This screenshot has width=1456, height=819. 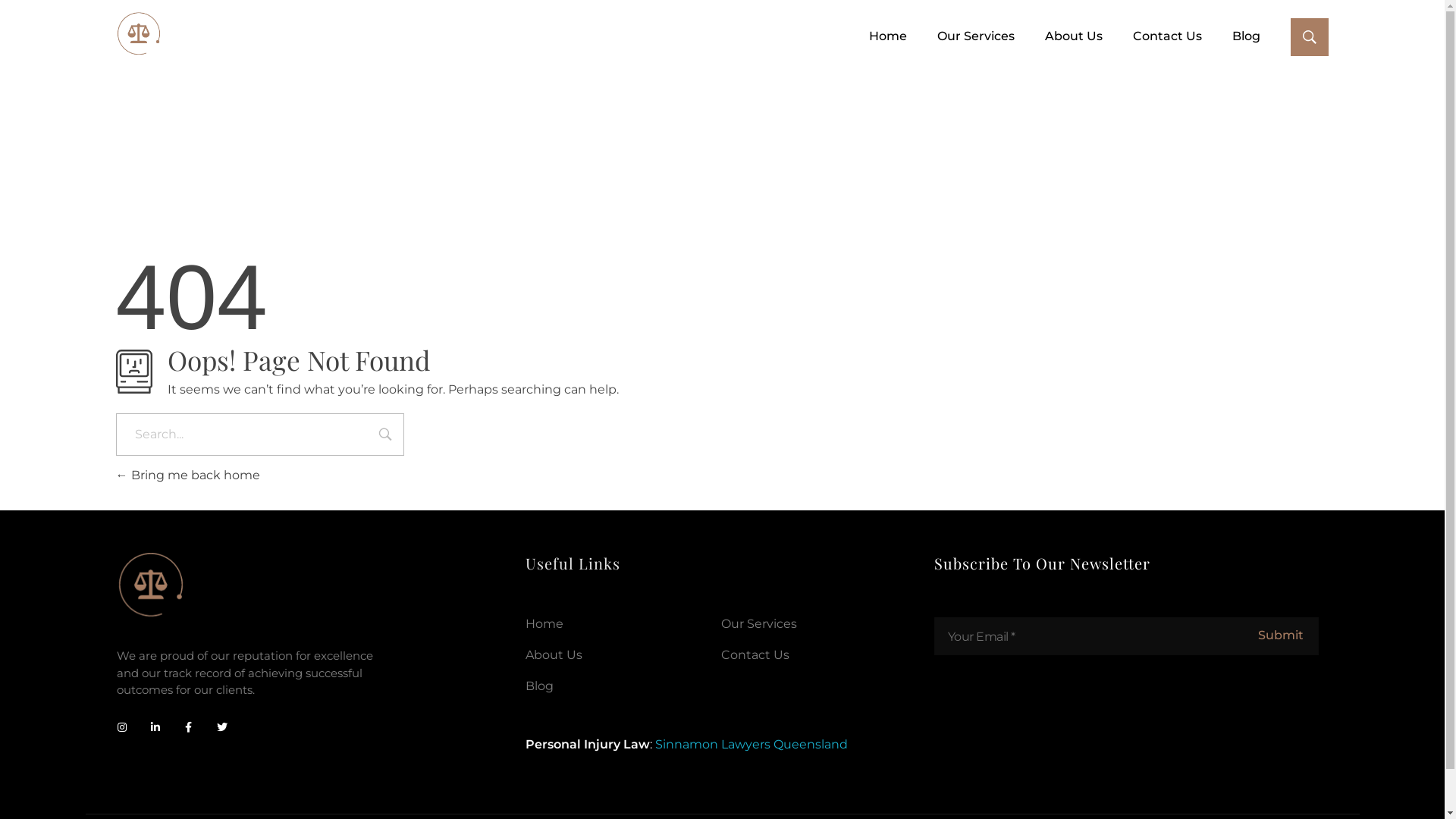 I want to click on 'Business and Family Law', so click(x=115, y=64).